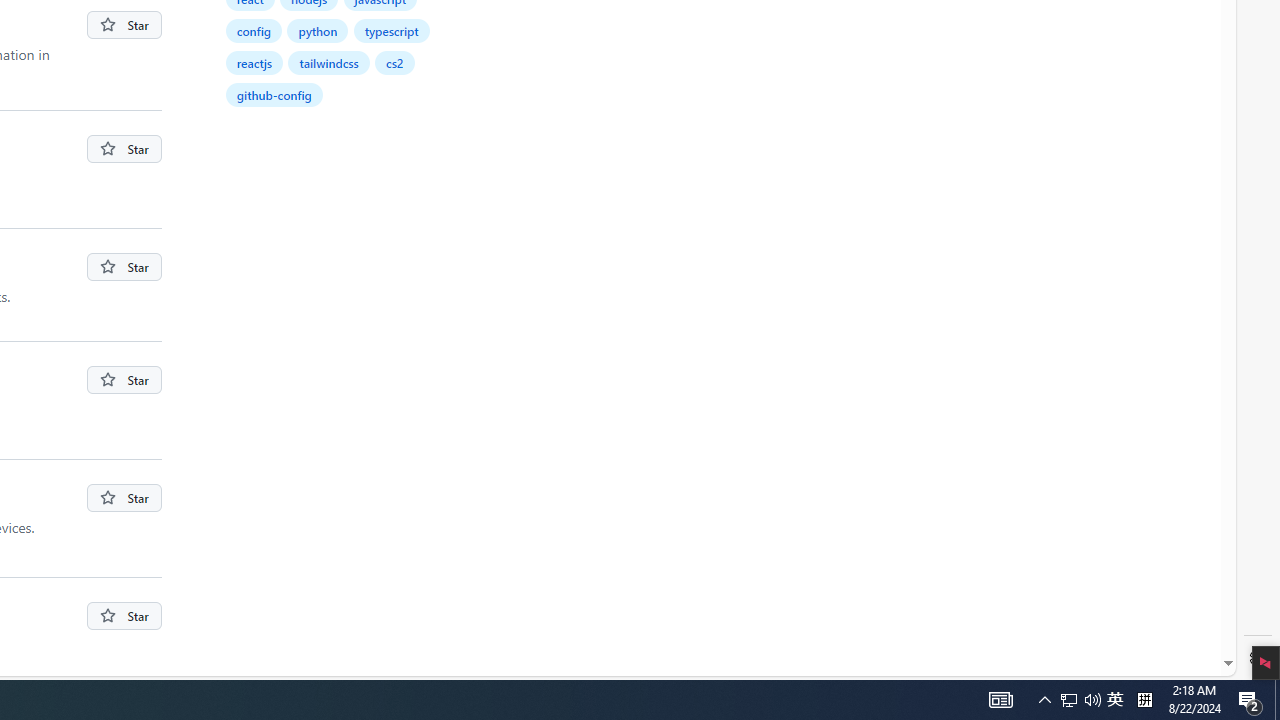  I want to click on 'typescript', so click(391, 30).